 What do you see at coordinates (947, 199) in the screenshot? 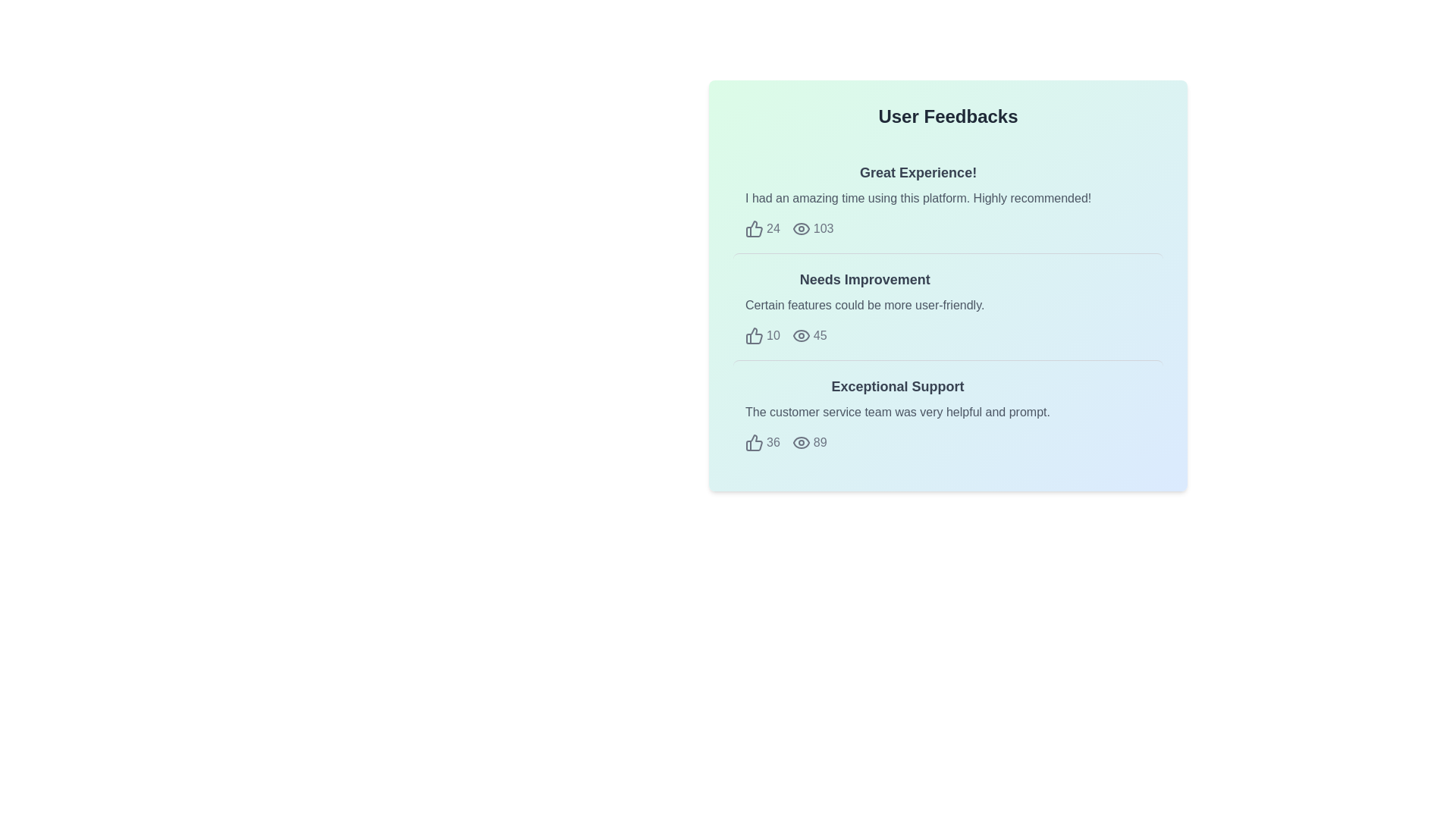
I see `the feedback item titled 'Great Experience!'` at bounding box center [947, 199].